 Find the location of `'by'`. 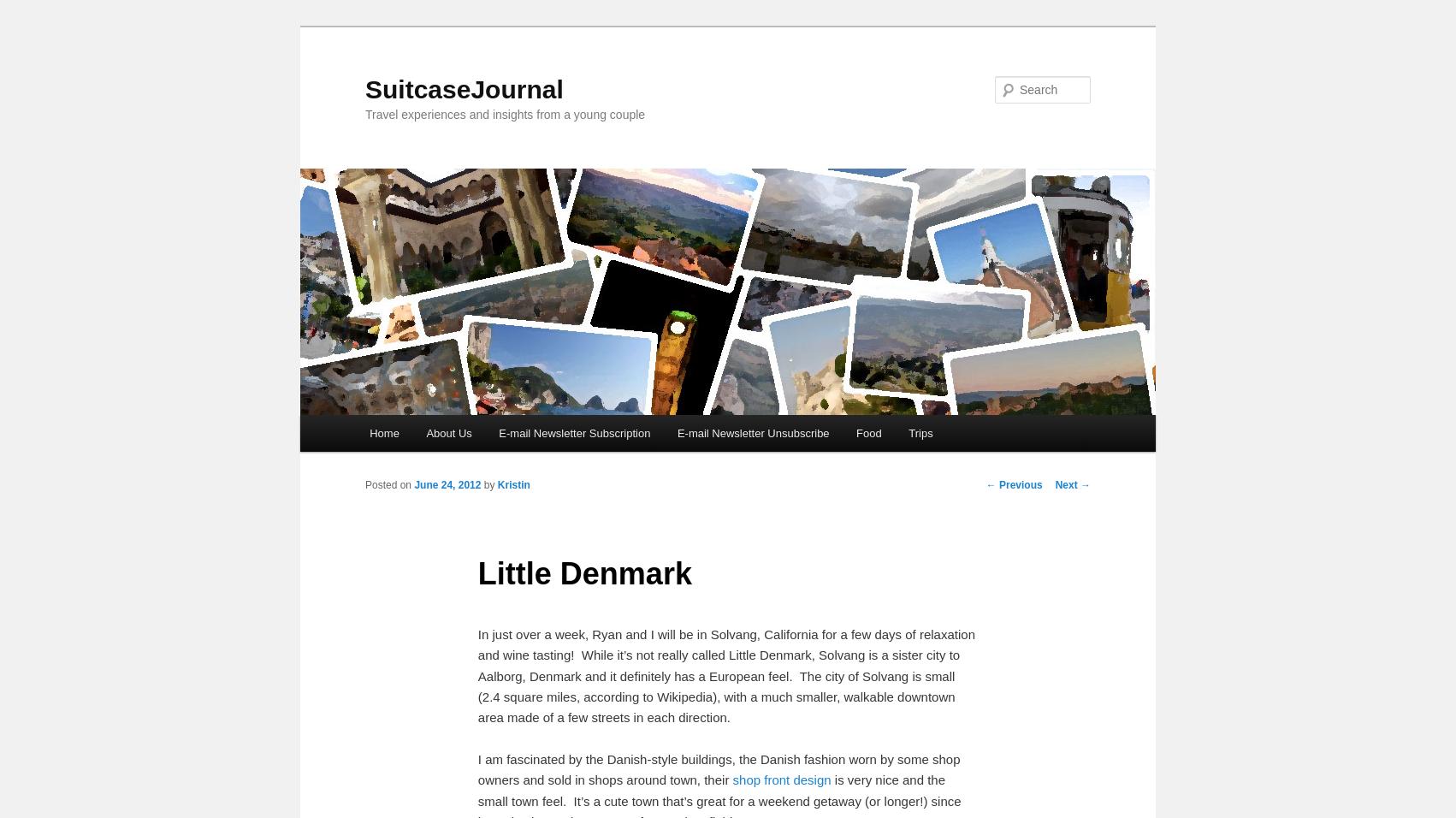

'by' is located at coordinates (490, 484).